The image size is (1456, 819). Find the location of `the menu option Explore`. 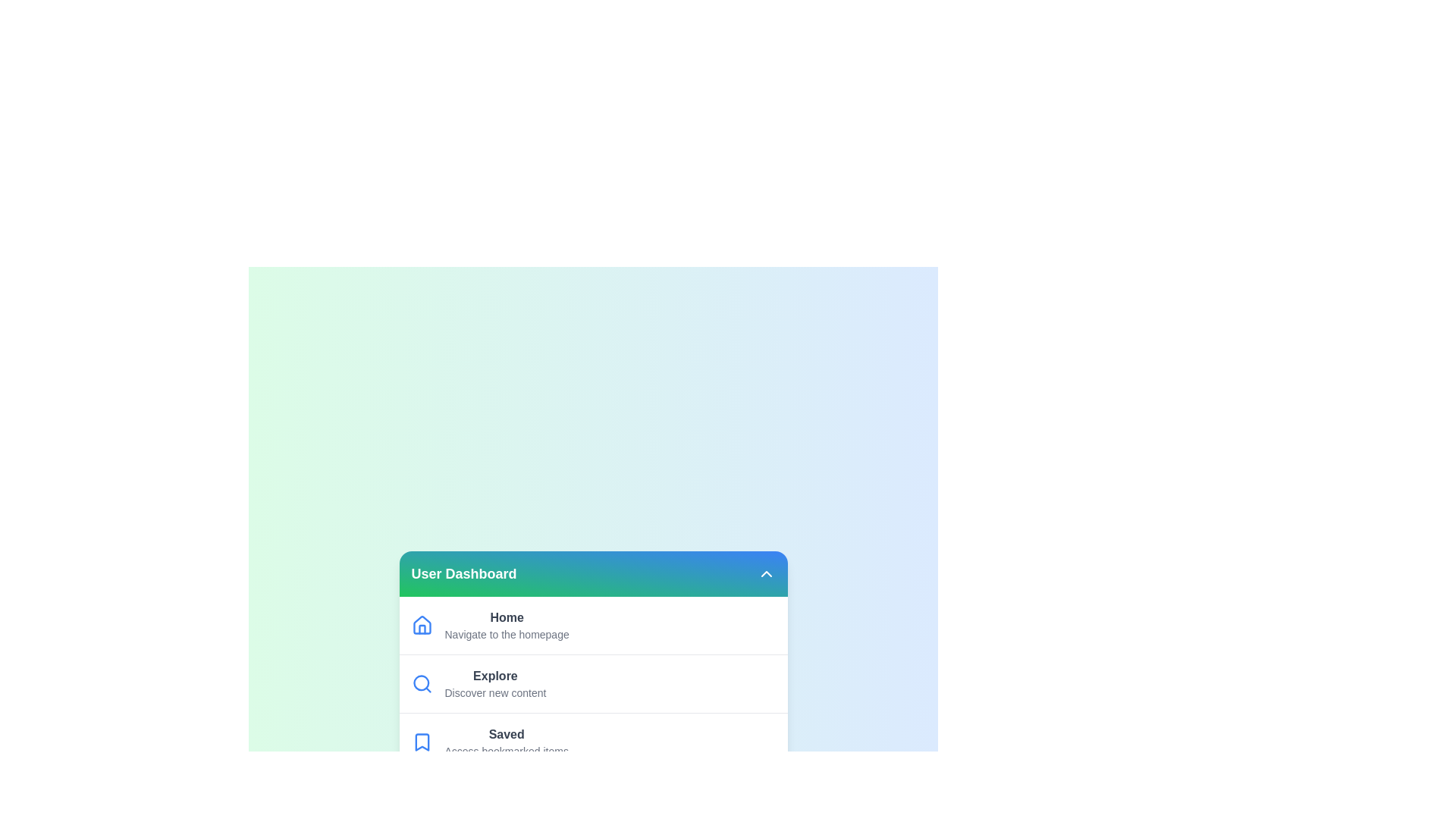

the menu option Explore is located at coordinates (592, 683).